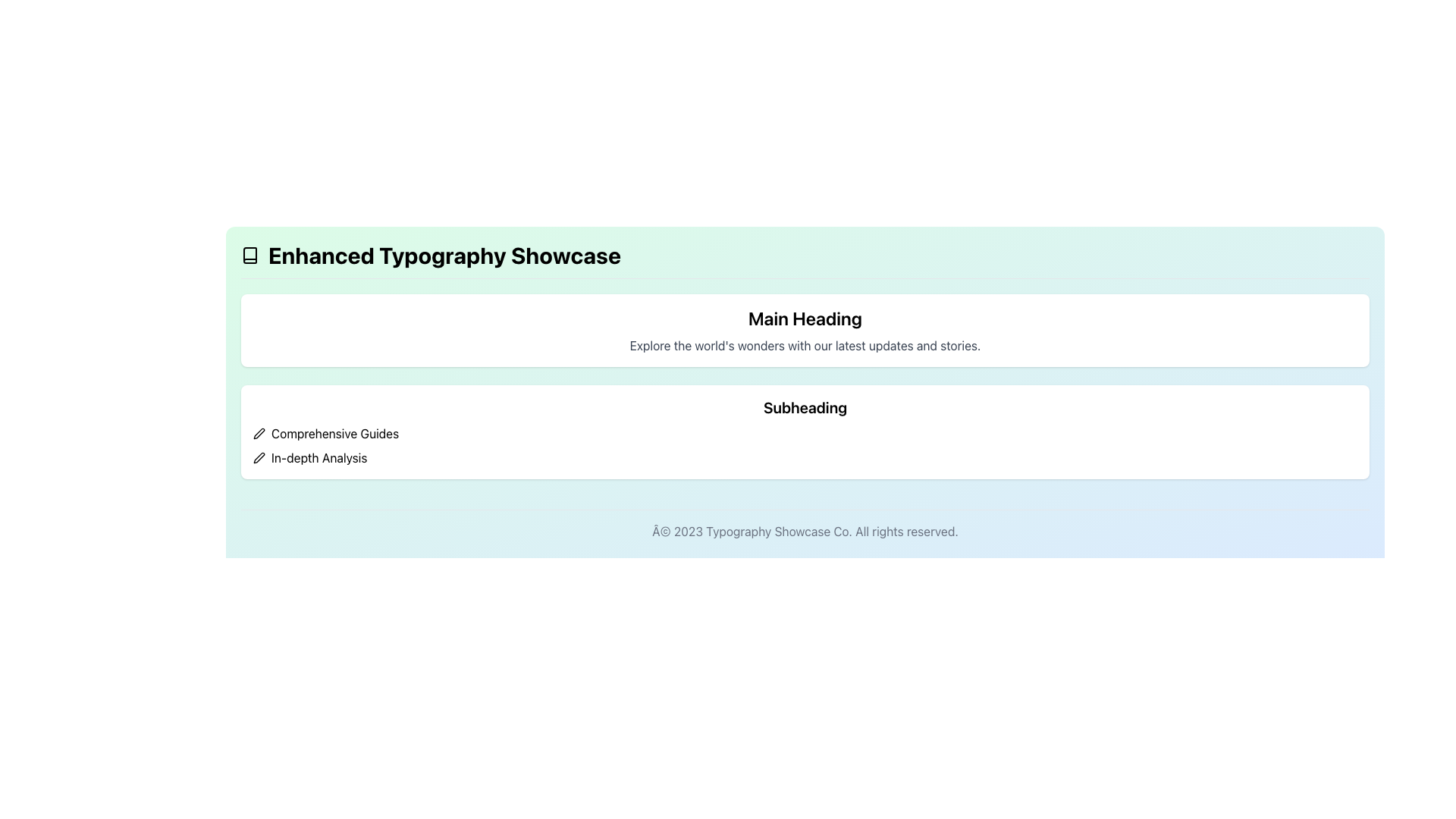 The image size is (1456, 819). What do you see at coordinates (804, 345) in the screenshot?
I see `the descriptive text element that reads 'Explore the world's wonders with our latest updates and stories.', which is styled in light gray and positioned below the bold header 'Main Heading'` at bounding box center [804, 345].